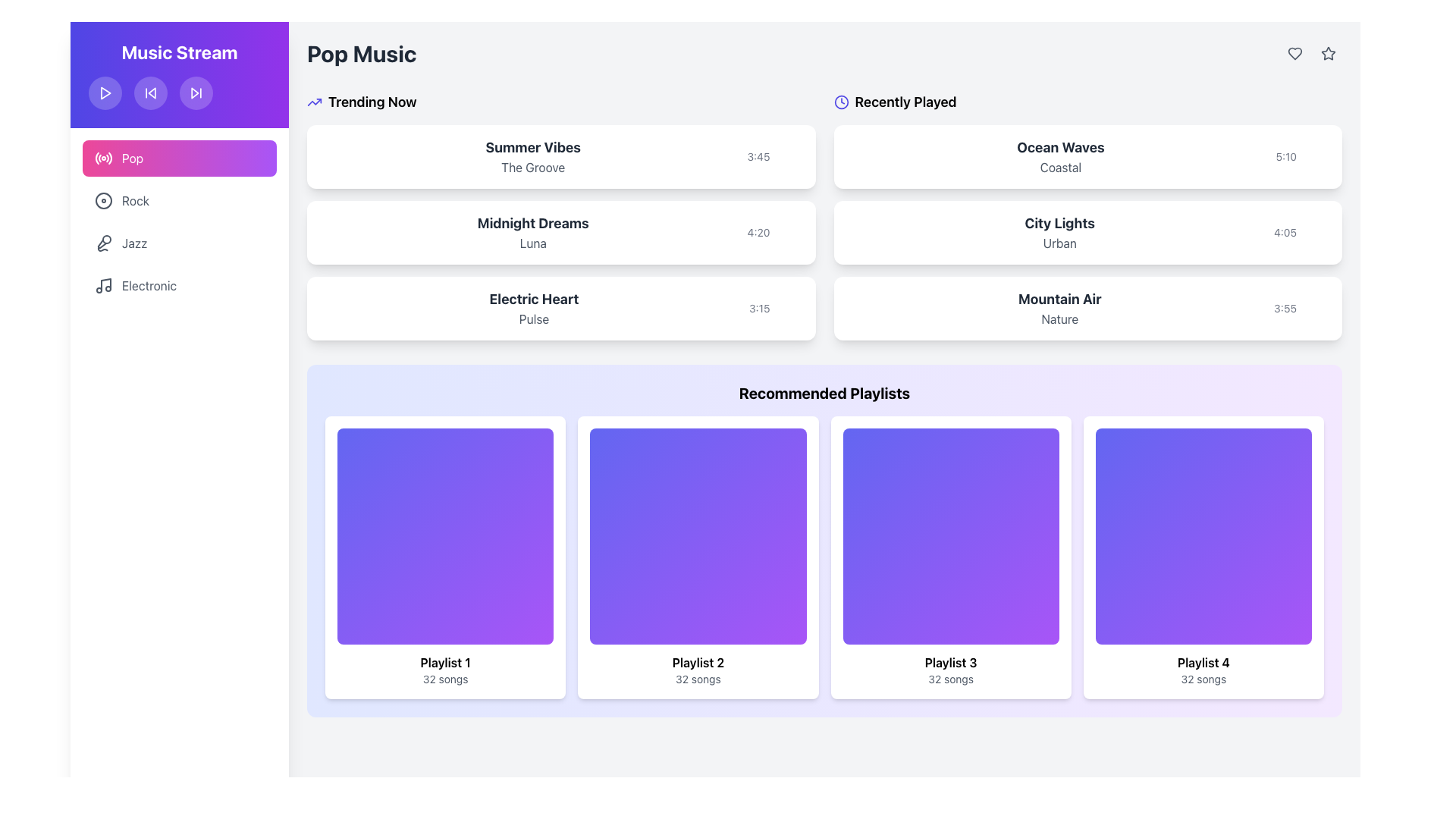  What do you see at coordinates (1087, 157) in the screenshot?
I see `the 'Ocean WavesCoastal' card in the 'Recently Played' section to play or view its details` at bounding box center [1087, 157].